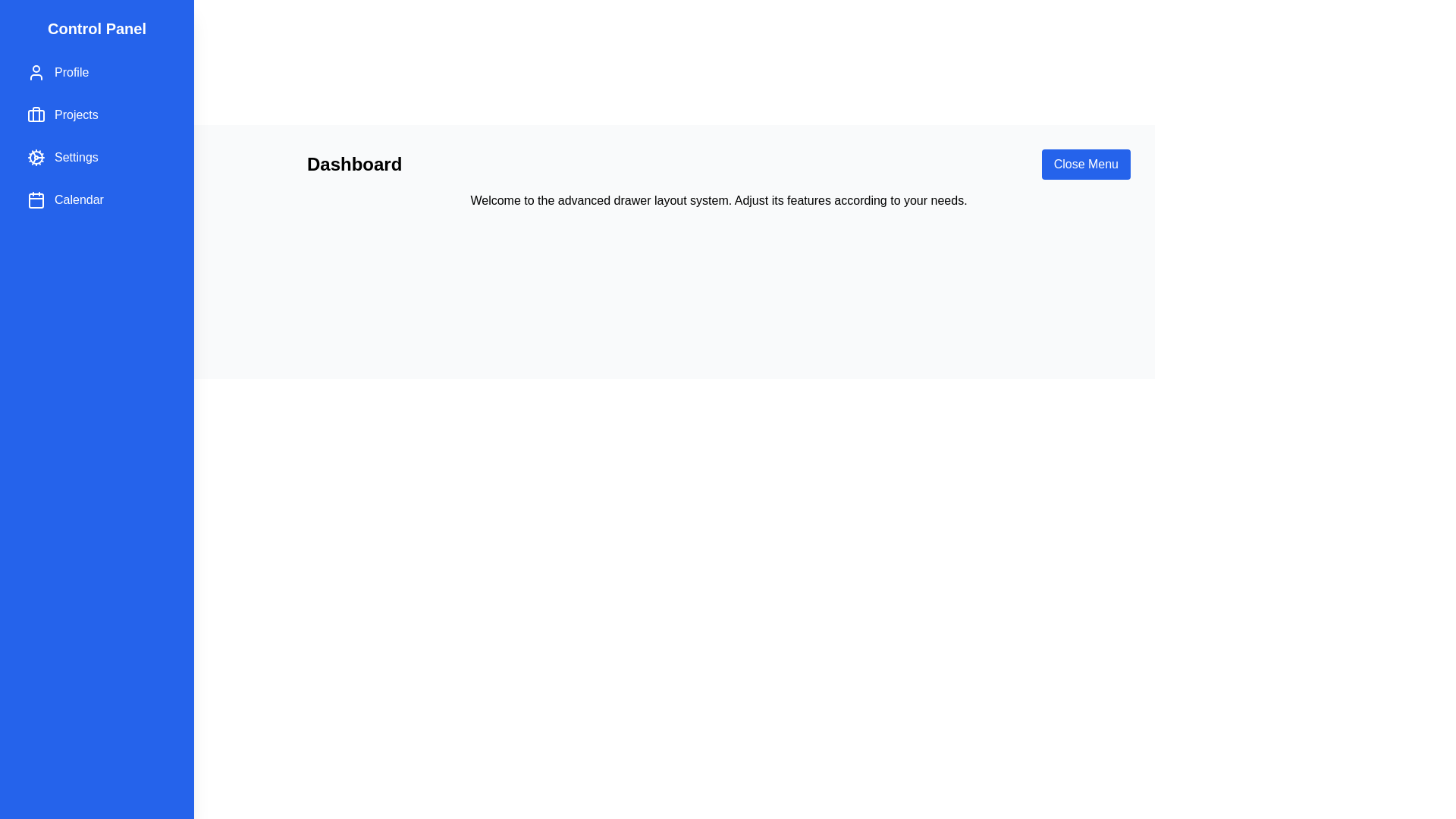 This screenshot has height=819, width=1456. Describe the element at coordinates (96, 29) in the screenshot. I see `the heading or title text in the sidebar that indicates the context or purpose of the options listed below it` at that location.